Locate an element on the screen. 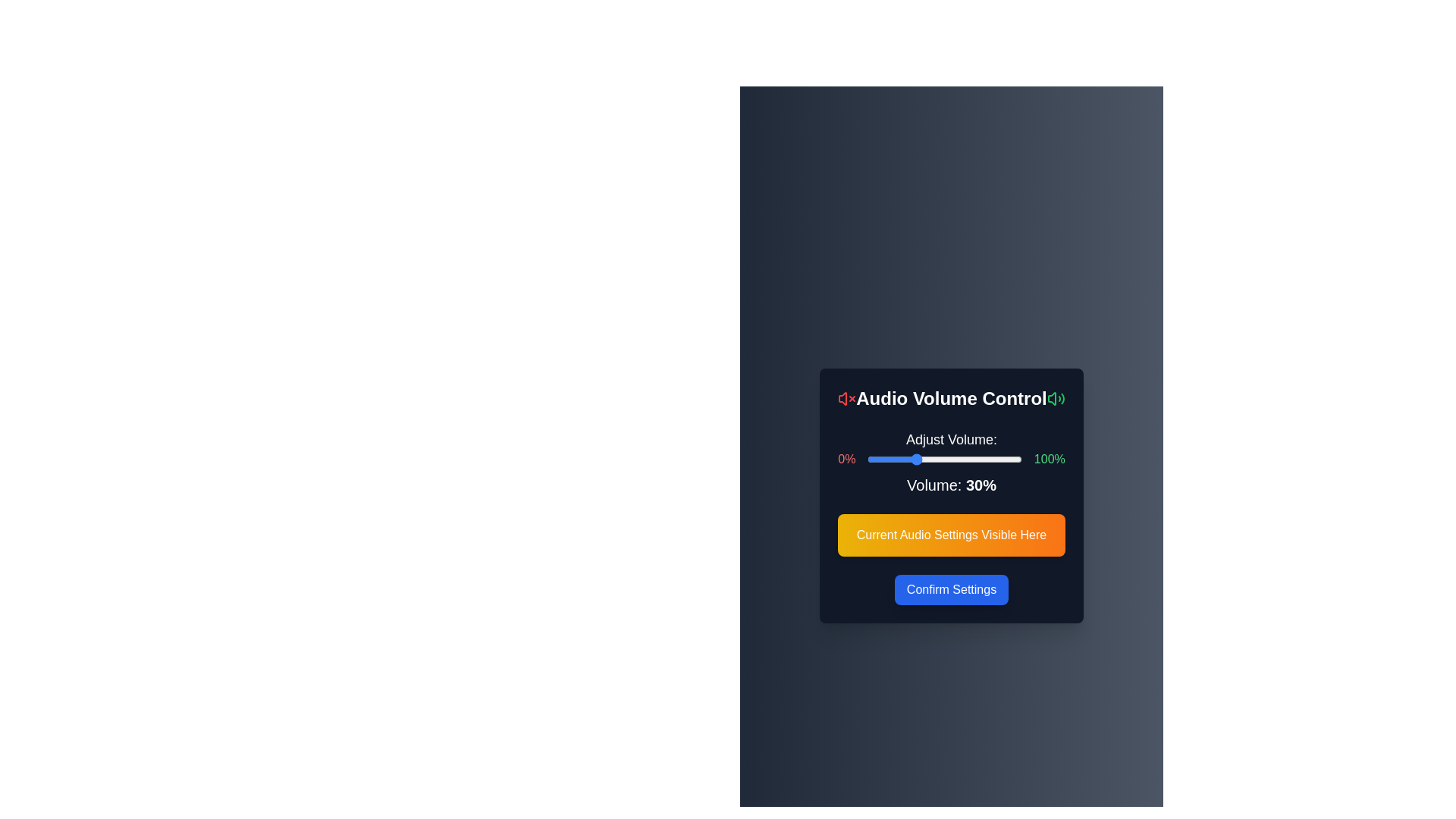 The width and height of the screenshot is (1456, 819). the volume slider to 62% is located at coordinates (962, 458).